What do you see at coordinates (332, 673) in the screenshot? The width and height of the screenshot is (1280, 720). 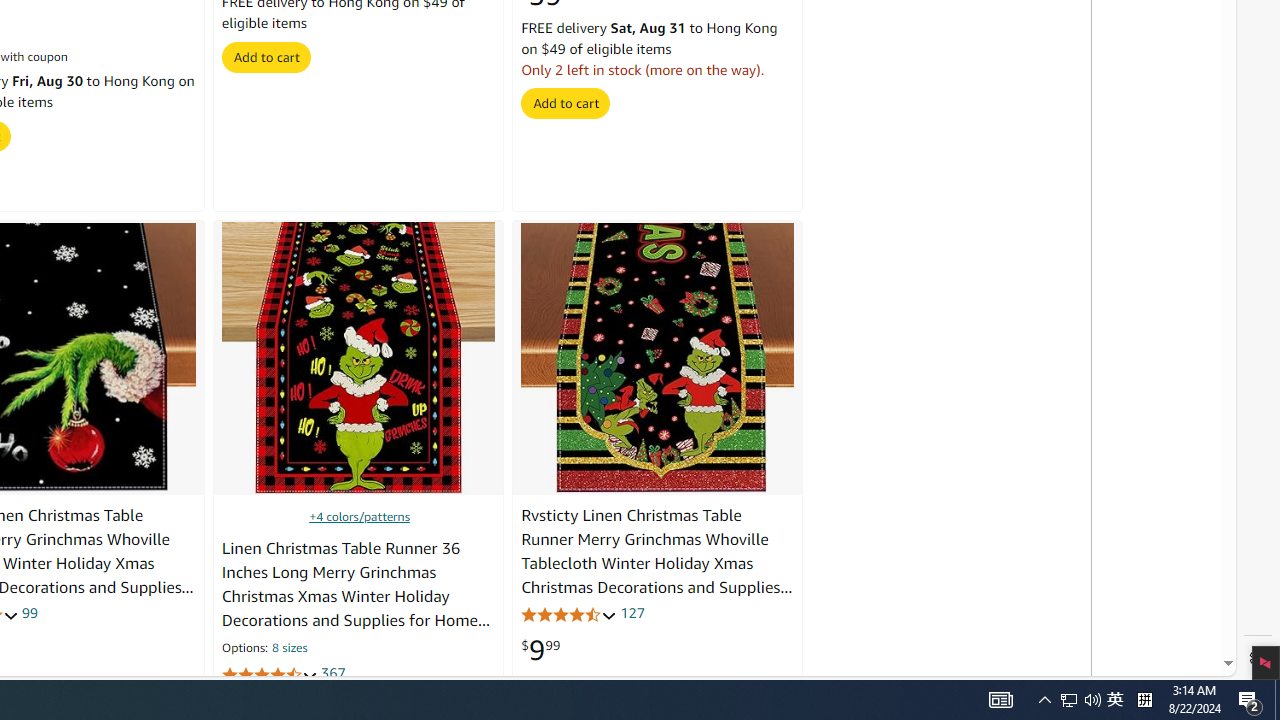 I see `'367'` at bounding box center [332, 673].